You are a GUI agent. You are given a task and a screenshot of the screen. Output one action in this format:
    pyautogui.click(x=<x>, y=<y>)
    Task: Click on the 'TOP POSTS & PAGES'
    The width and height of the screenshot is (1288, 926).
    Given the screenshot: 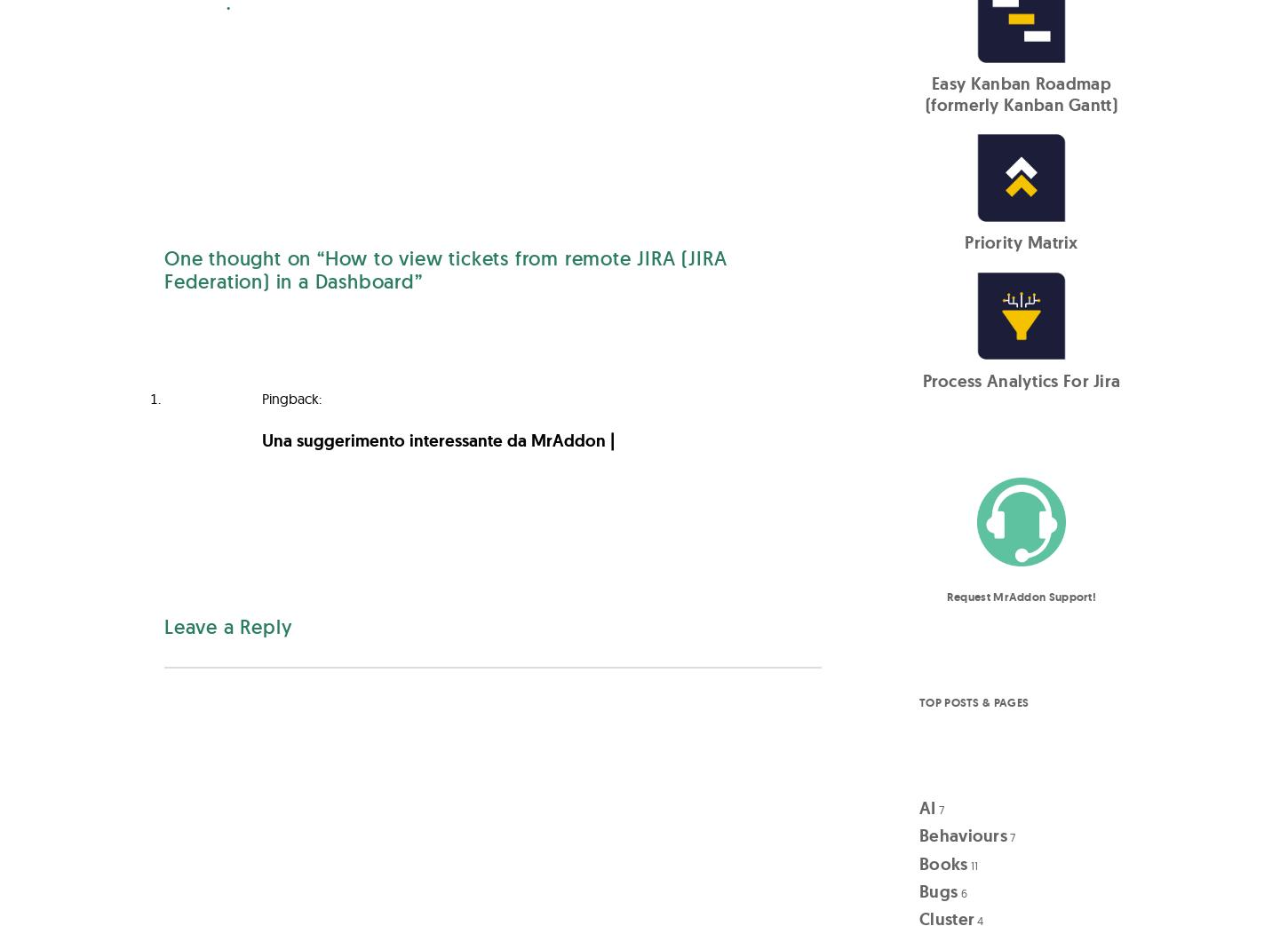 What is the action you would take?
    pyautogui.click(x=919, y=701)
    